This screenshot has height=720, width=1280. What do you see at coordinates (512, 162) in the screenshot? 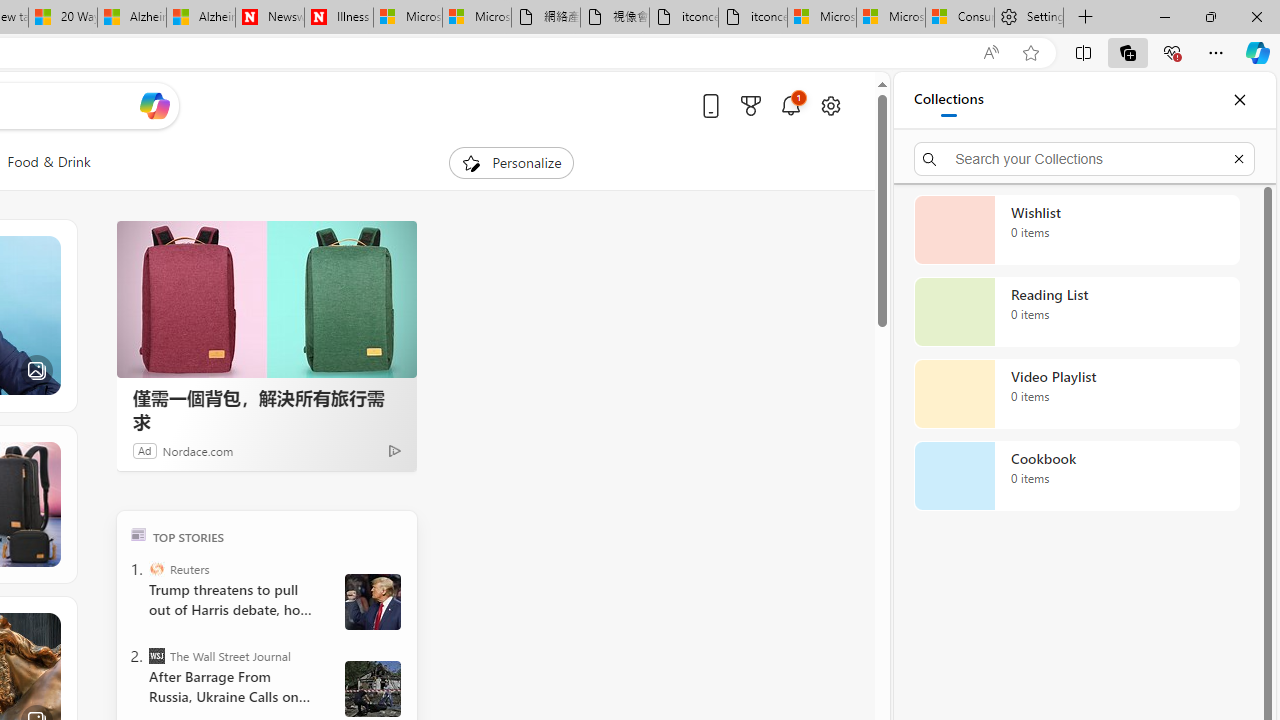
I see `'Personalize'` at bounding box center [512, 162].